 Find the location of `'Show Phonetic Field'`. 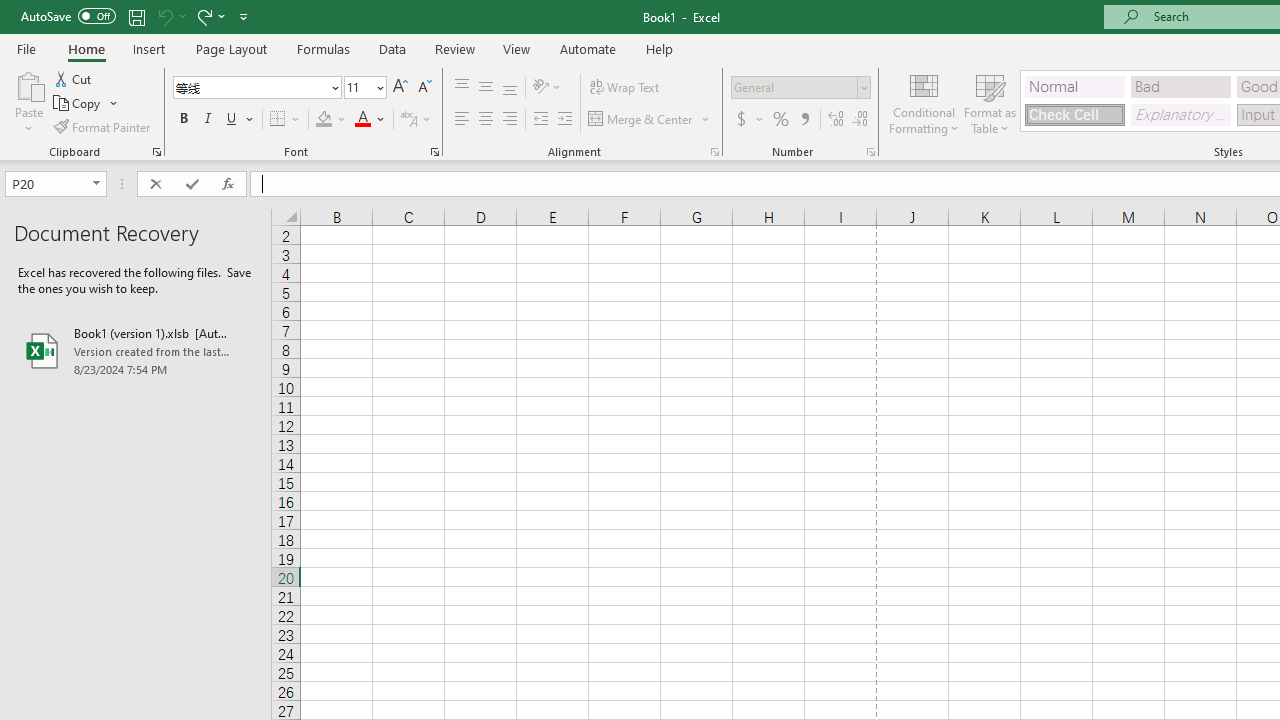

'Show Phonetic Field' is located at coordinates (407, 119).